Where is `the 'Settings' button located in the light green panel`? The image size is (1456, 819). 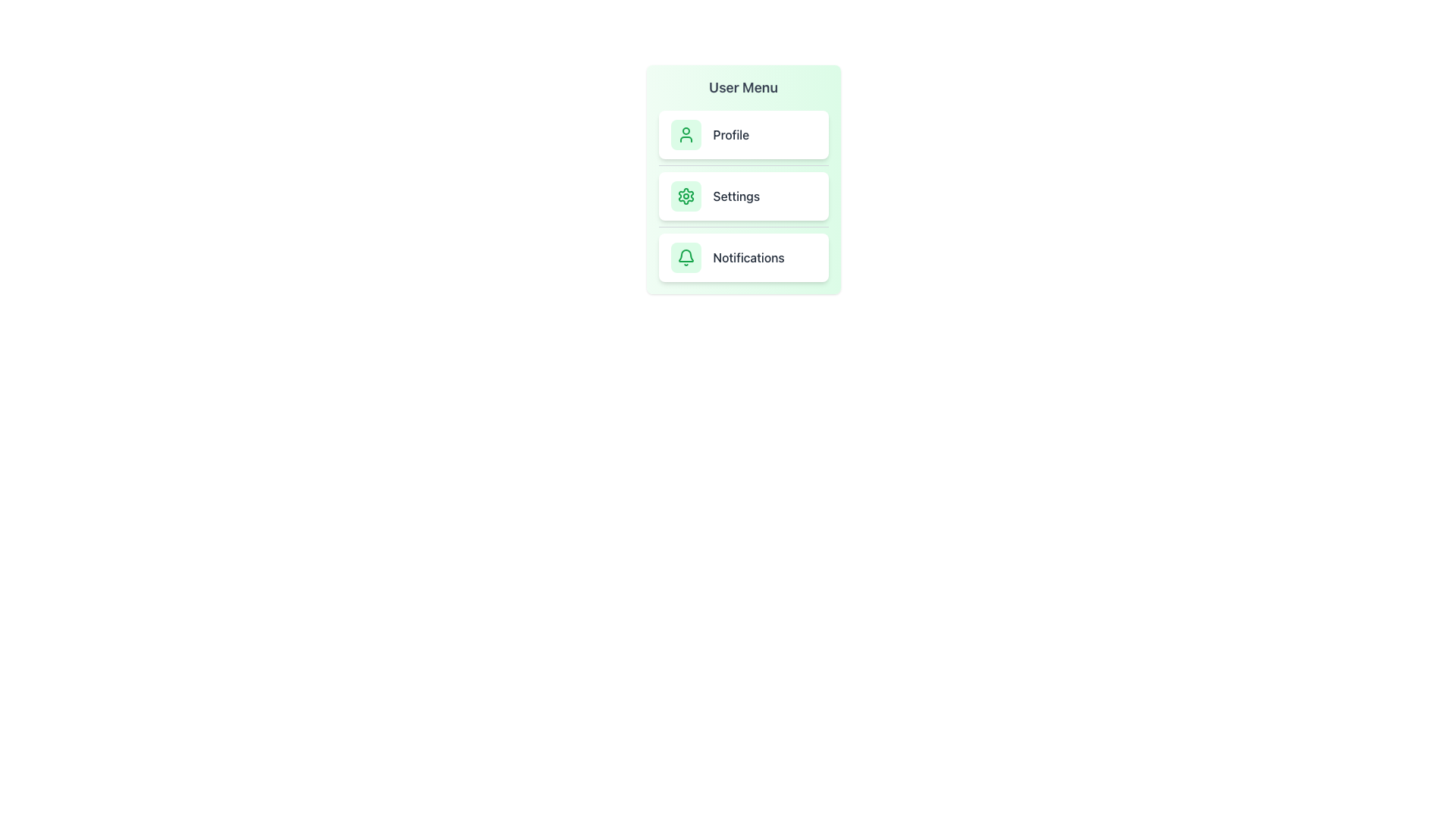 the 'Settings' button located in the light green panel is located at coordinates (743, 178).